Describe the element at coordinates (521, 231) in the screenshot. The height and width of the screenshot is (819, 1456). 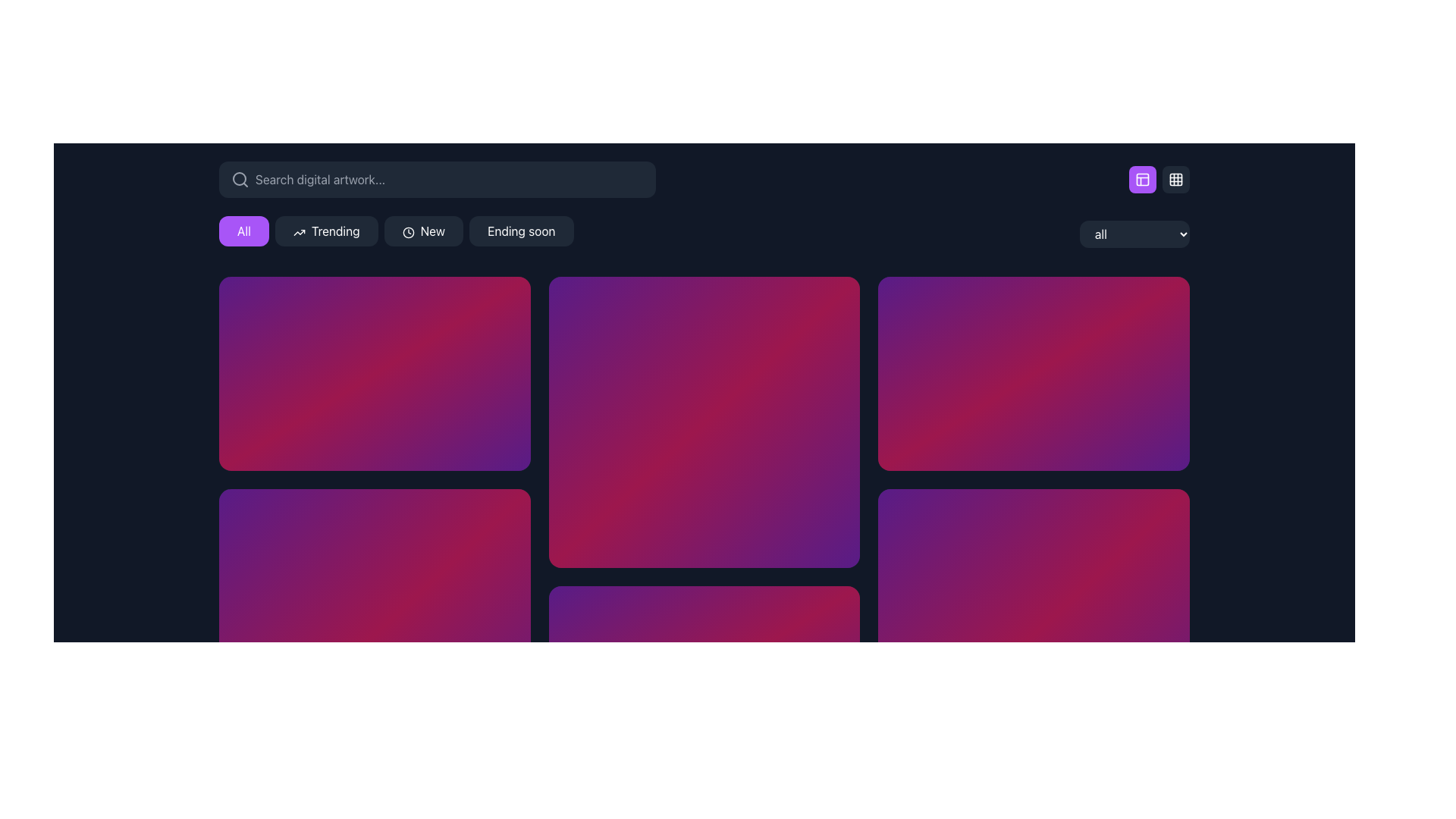
I see `the 'Ending soon' button with a dark gray background and white text to filter or display 'Ending soon' items` at that location.